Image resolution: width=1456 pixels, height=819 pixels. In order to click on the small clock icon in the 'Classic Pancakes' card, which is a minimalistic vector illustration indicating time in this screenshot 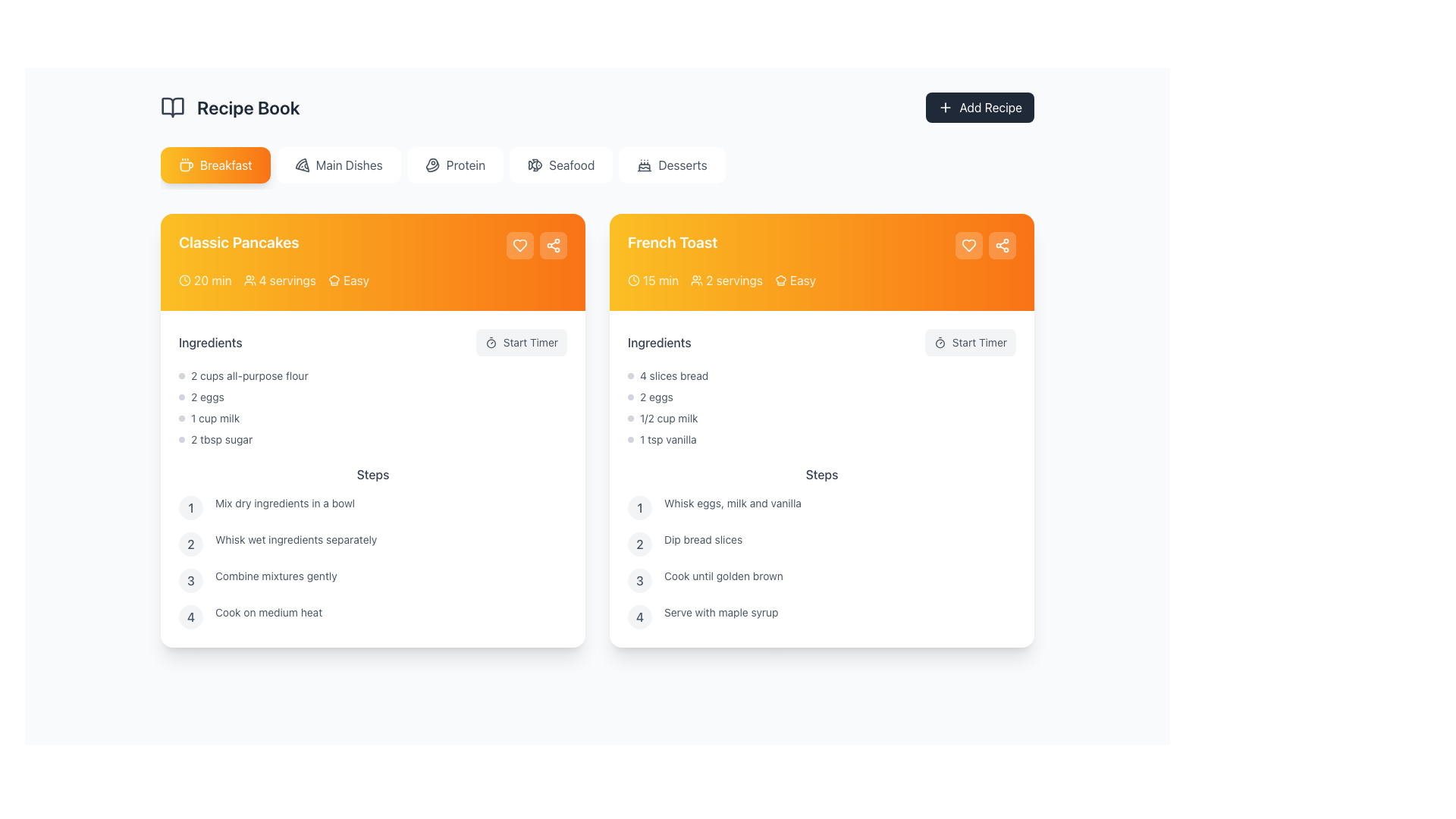, I will do `click(184, 281)`.